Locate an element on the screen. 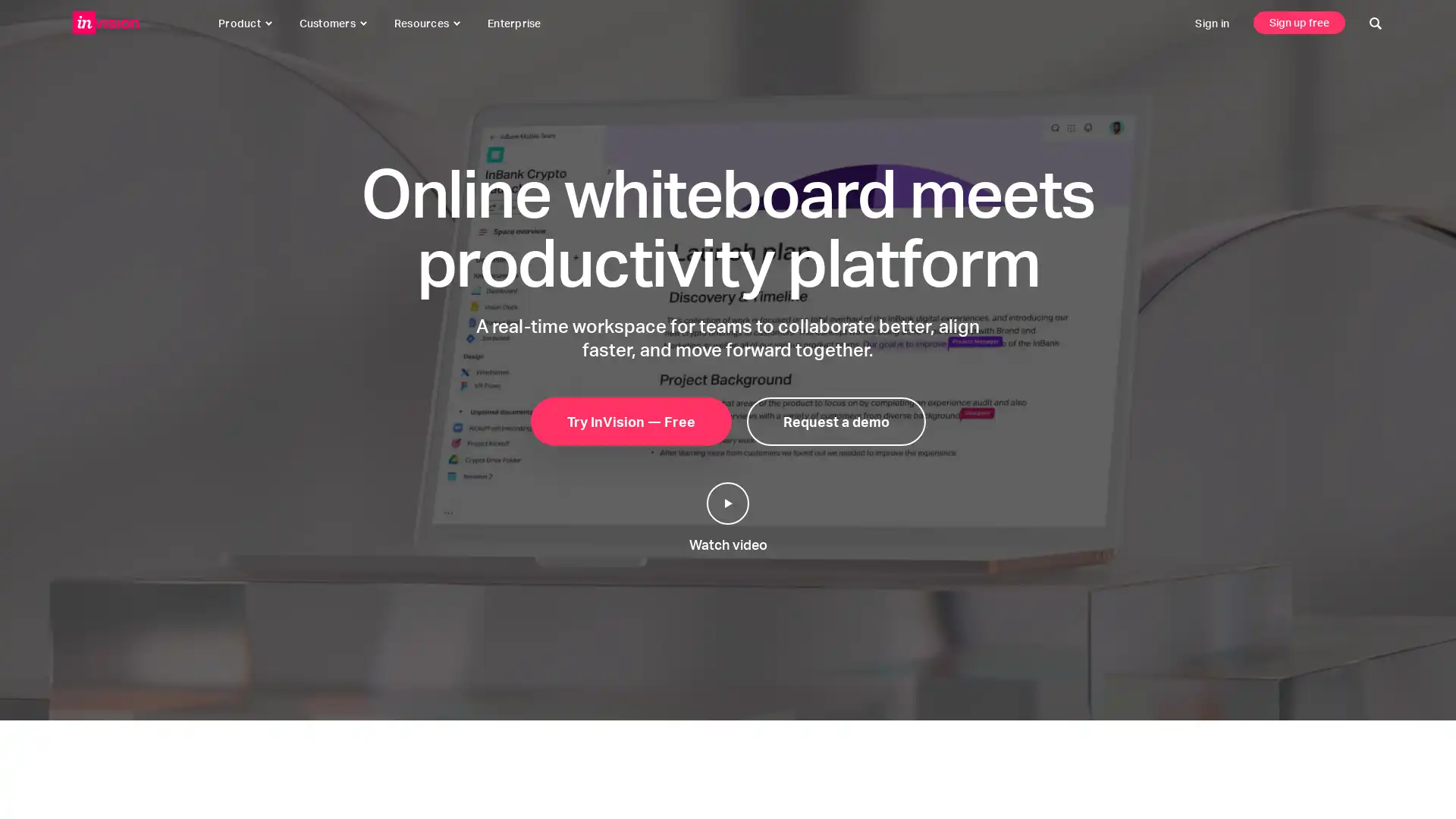  sign up free is located at coordinates (1298, 22).